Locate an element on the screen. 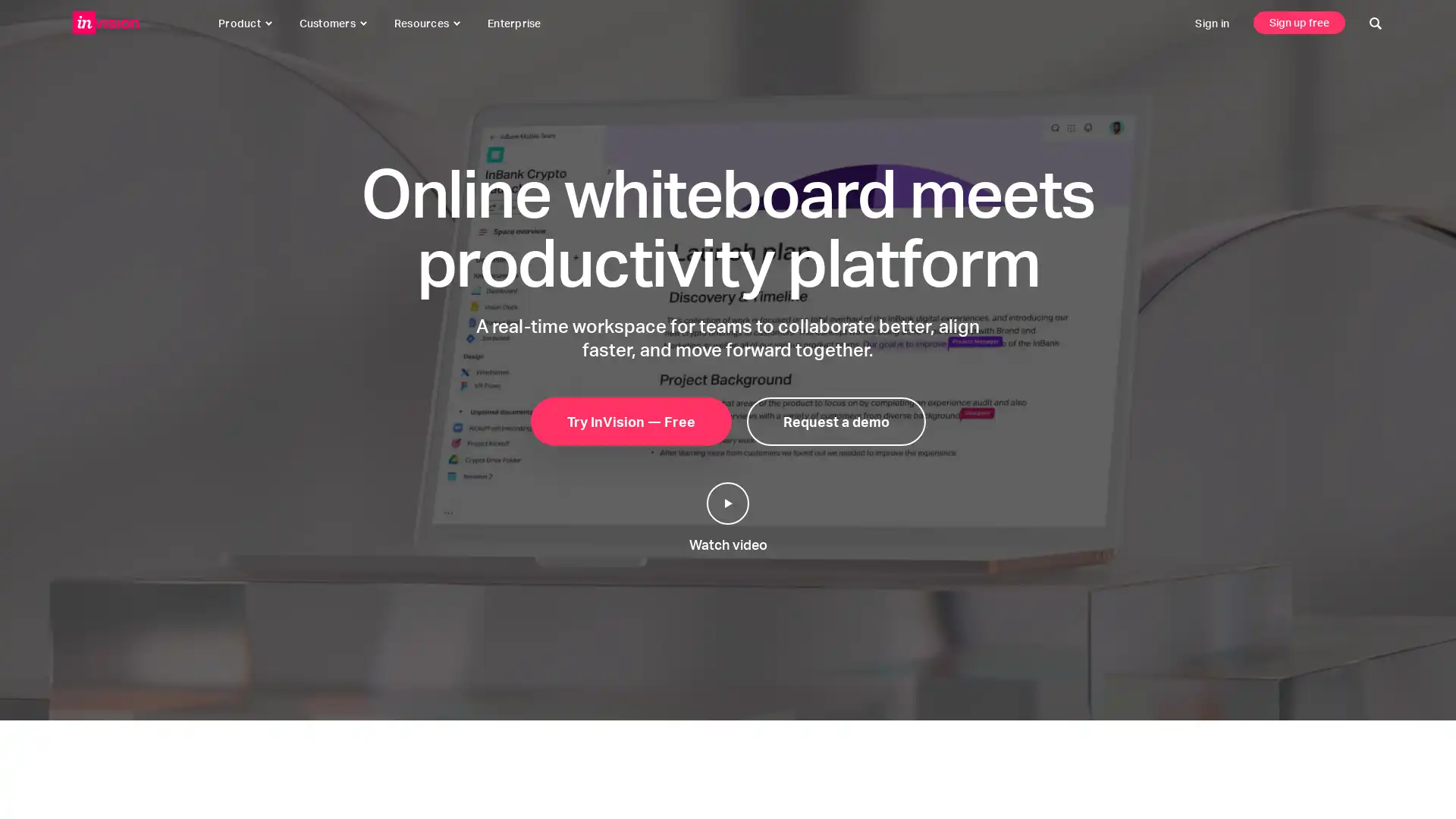  sign up free is located at coordinates (1298, 22).